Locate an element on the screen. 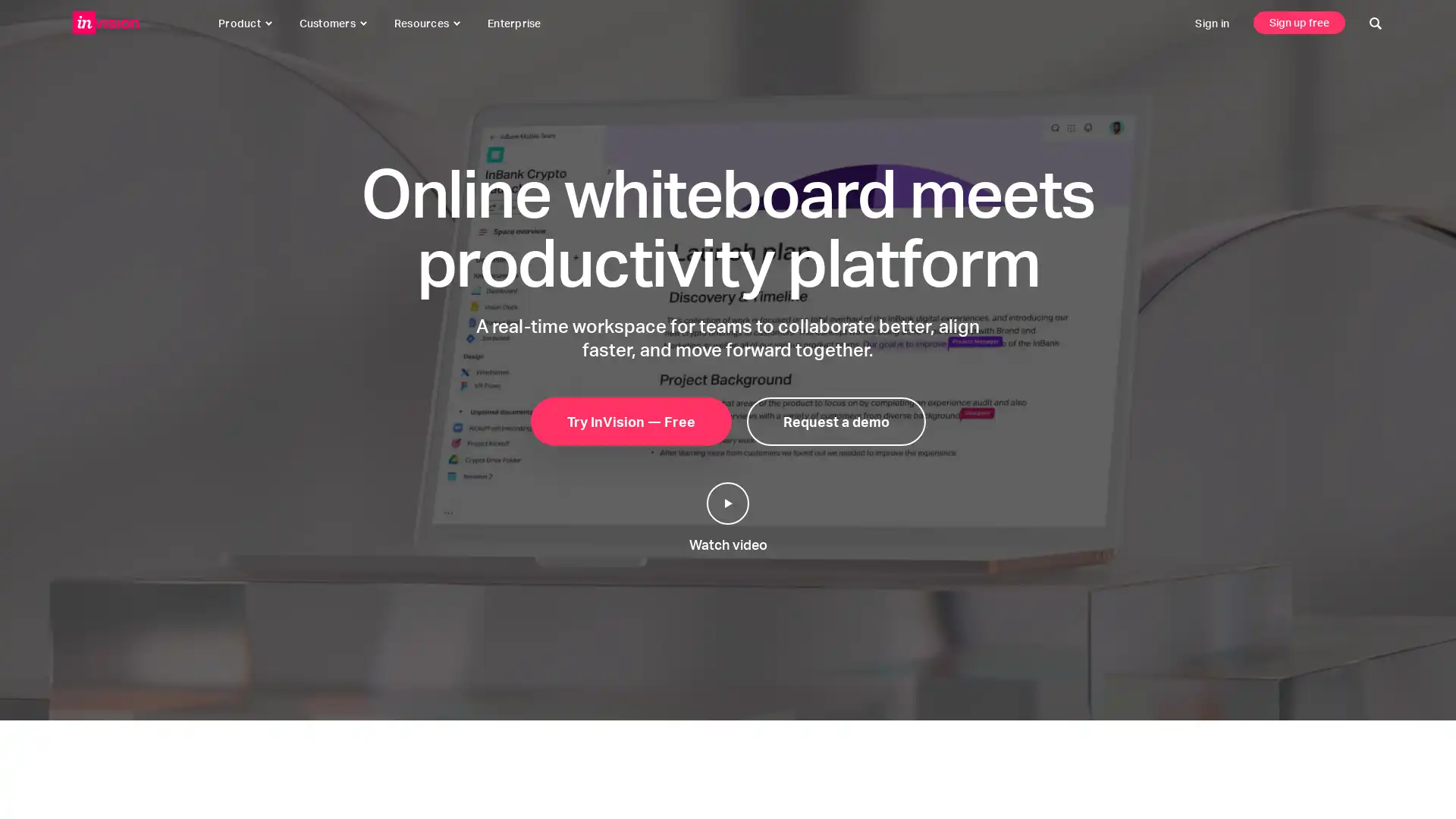  sign up free is located at coordinates (1298, 22).